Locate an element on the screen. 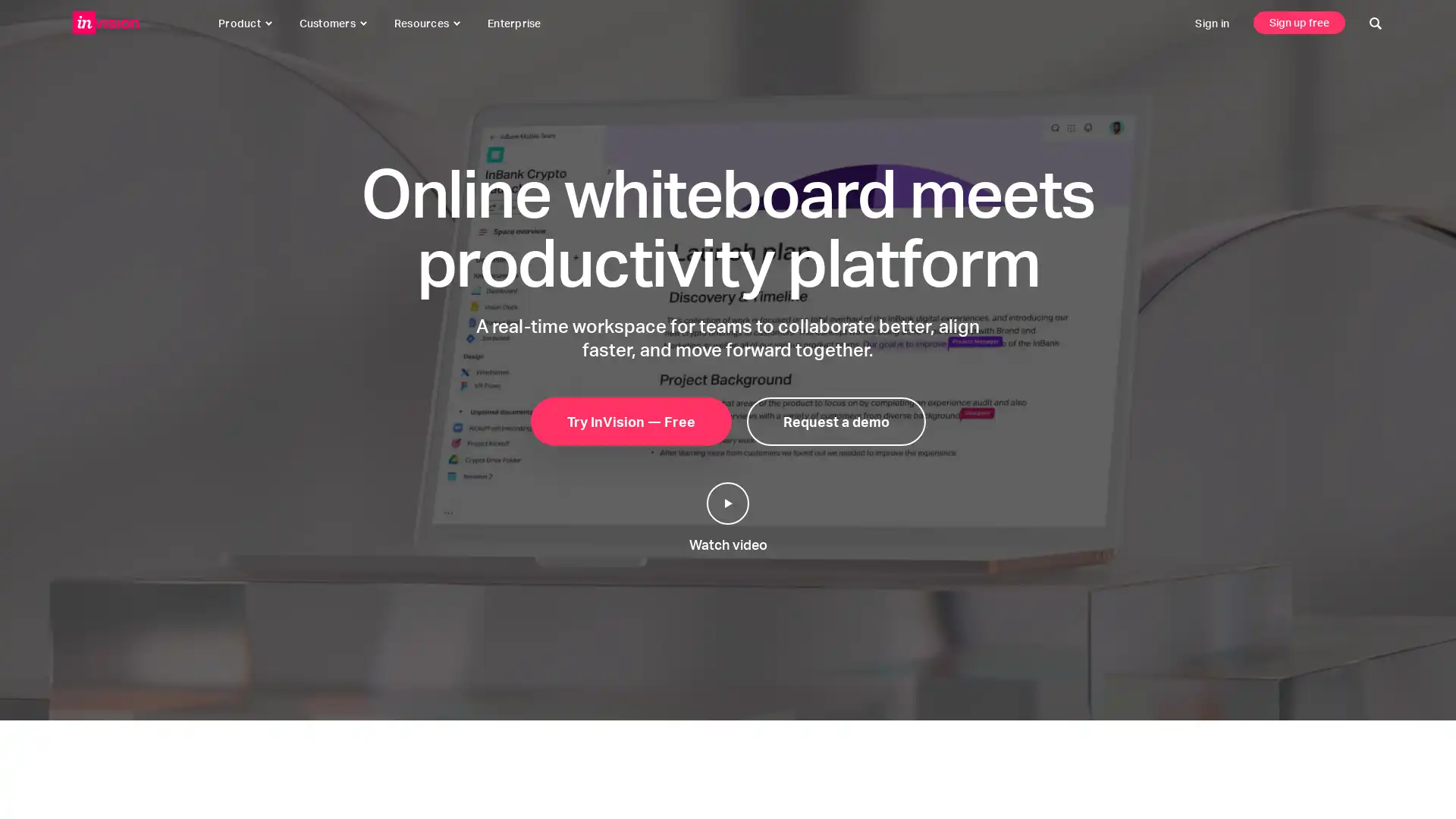  sign up free is located at coordinates (1298, 22).